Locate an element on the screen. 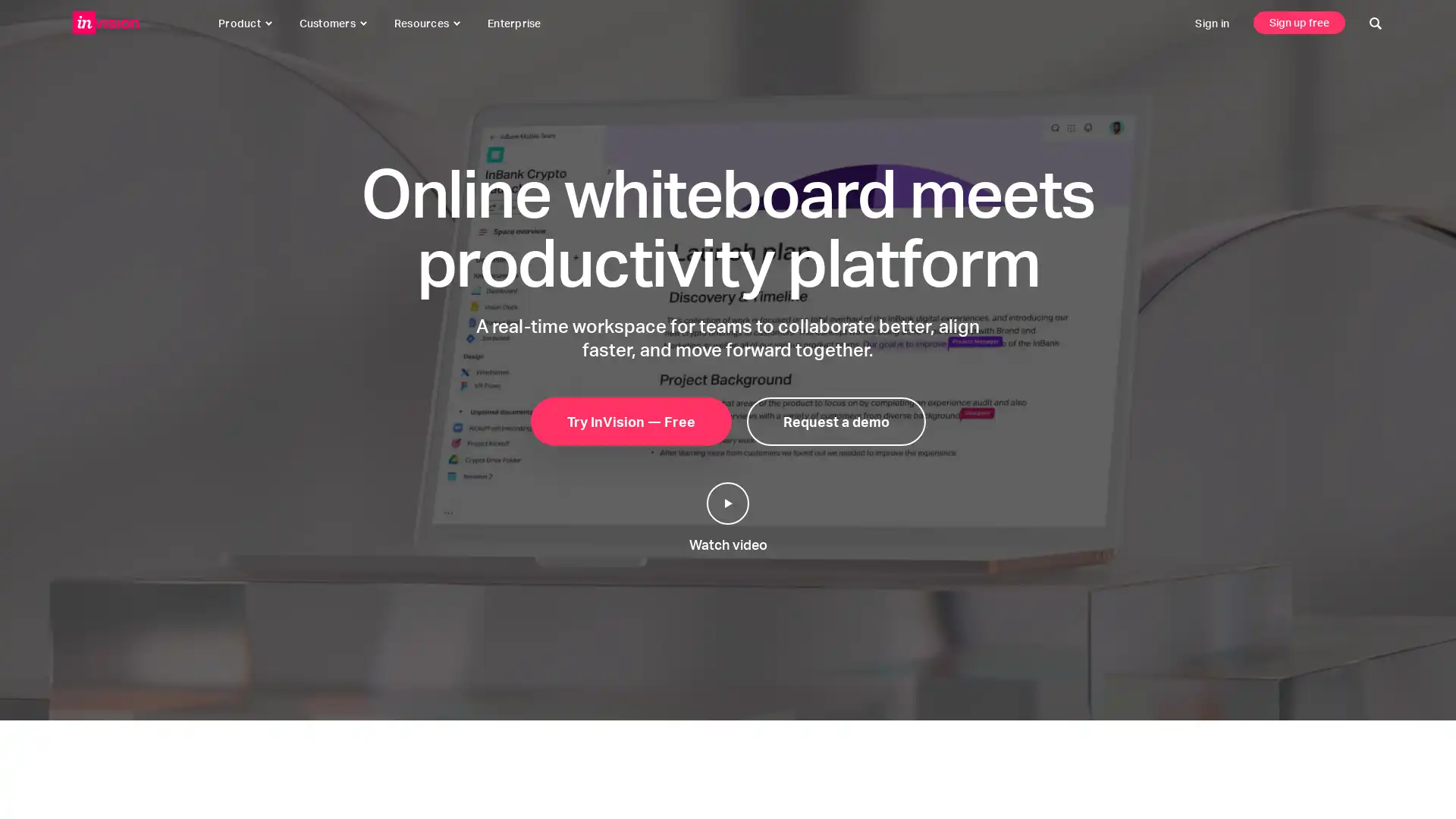  sign up free is located at coordinates (1298, 22).